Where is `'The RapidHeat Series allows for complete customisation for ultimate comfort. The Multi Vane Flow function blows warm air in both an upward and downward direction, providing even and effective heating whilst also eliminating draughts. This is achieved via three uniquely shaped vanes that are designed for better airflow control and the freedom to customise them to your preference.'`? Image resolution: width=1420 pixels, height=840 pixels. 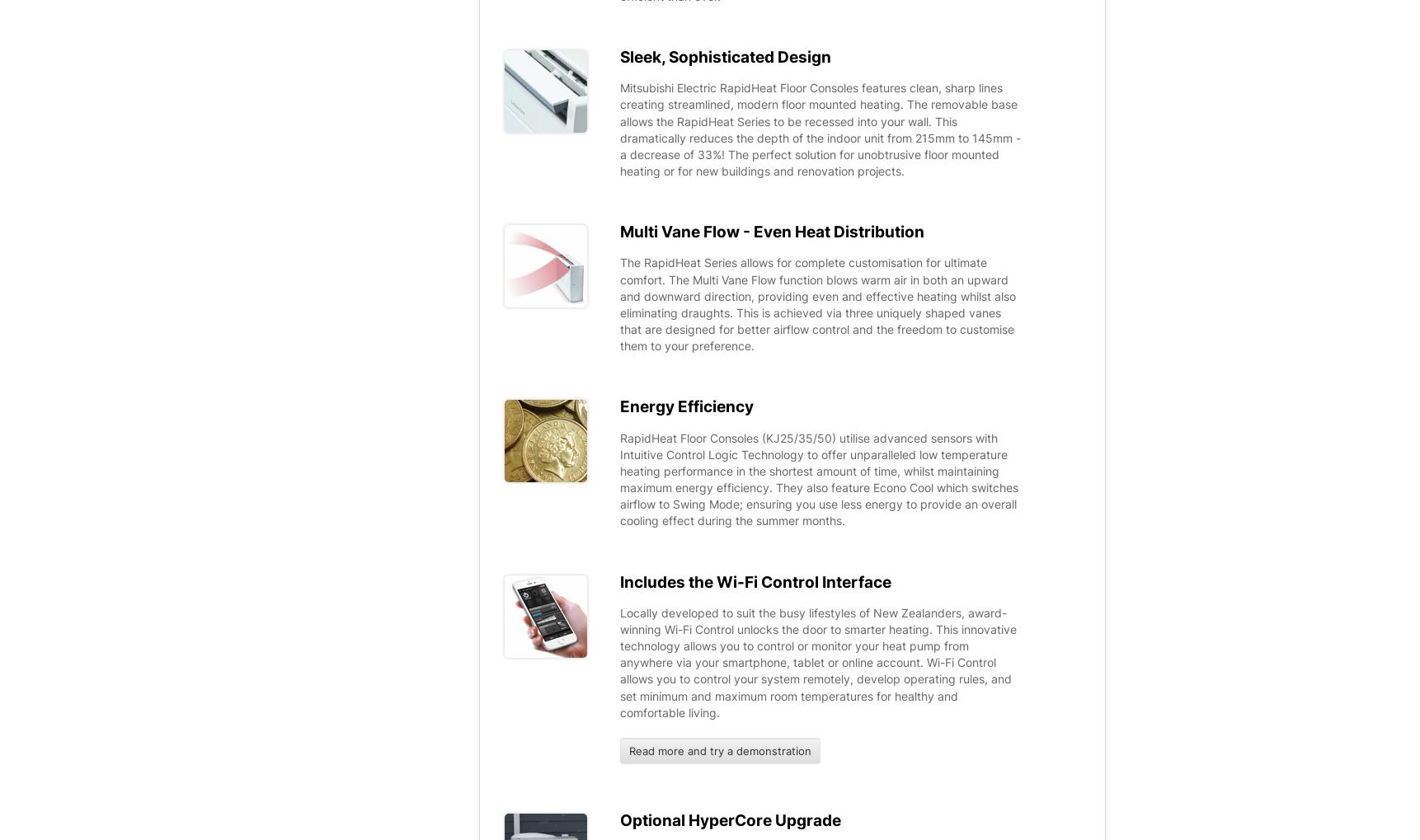
'The RapidHeat Series allows for complete customisation for ultimate comfort. The Multi Vane Flow function blows warm air in both an upward and downward direction, providing even and effective heating whilst also eliminating draughts. This is achieved via three uniquely shaped vanes that are designed for better airflow control and the freedom to customise them to your preference.' is located at coordinates (818, 303).